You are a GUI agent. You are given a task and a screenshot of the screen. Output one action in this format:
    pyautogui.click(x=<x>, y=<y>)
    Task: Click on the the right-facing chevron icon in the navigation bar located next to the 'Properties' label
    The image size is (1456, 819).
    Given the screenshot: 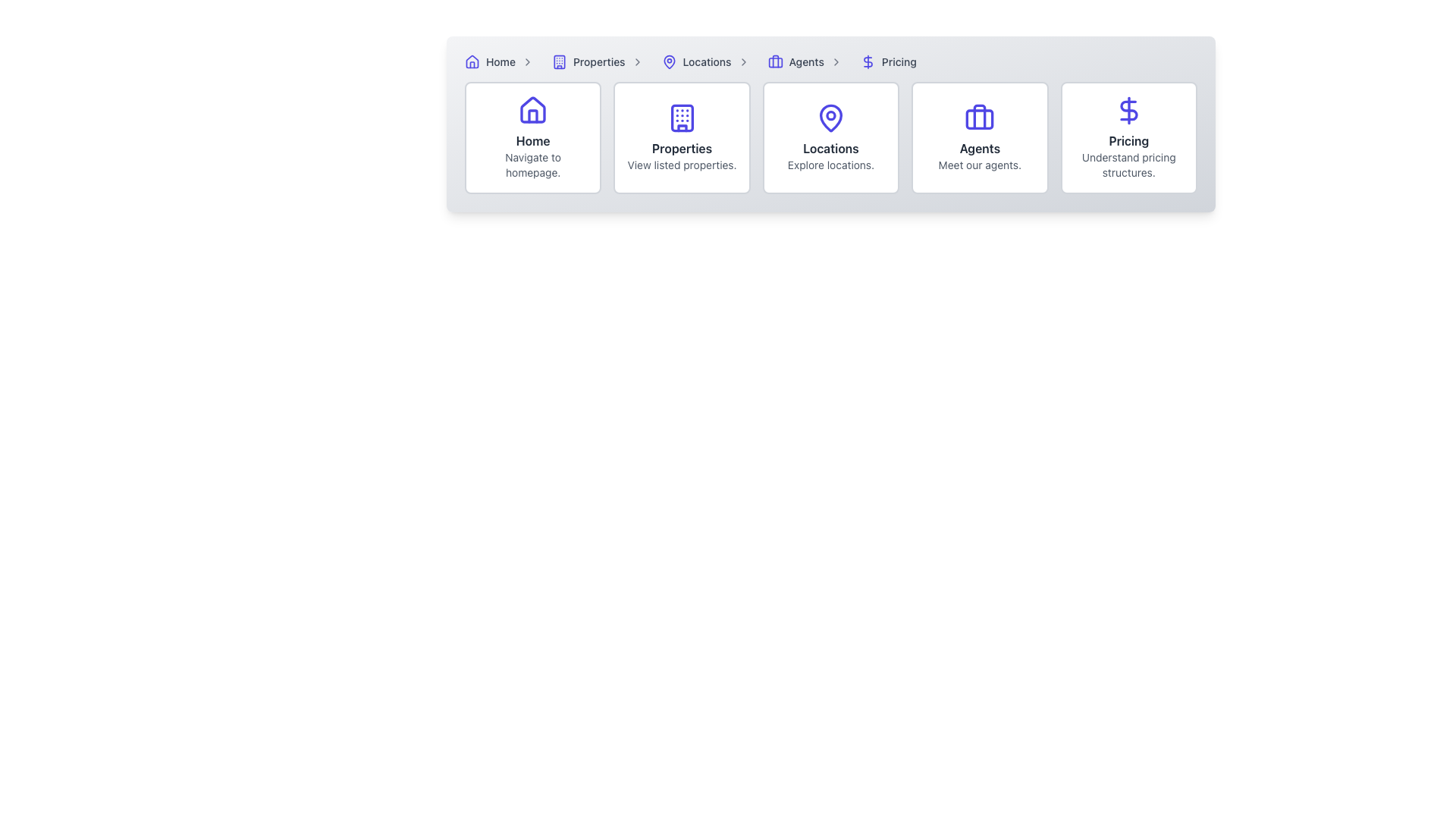 What is the action you would take?
    pyautogui.click(x=637, y=61)
    